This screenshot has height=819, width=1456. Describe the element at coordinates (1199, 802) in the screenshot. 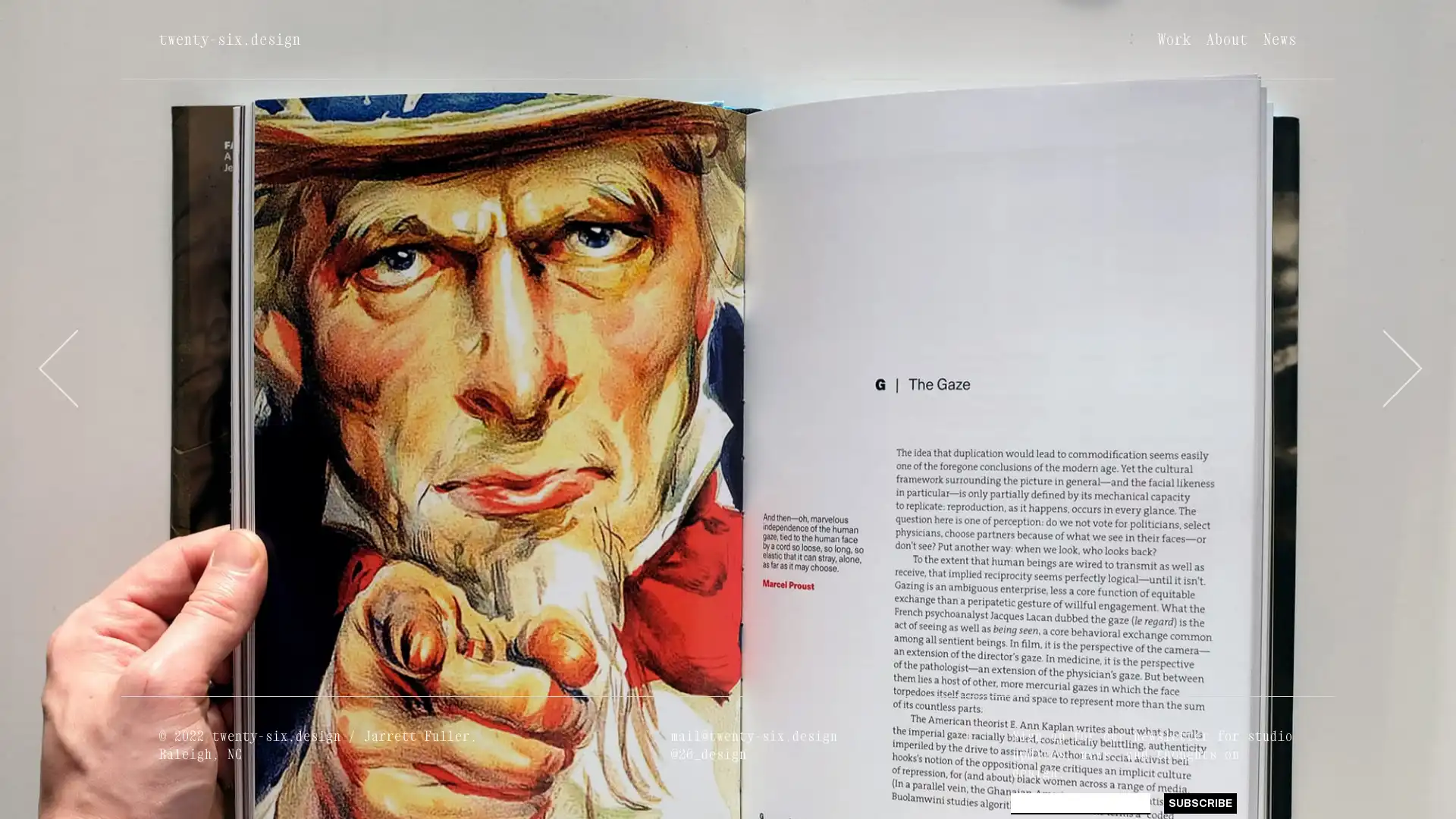

I see `Subscribe` at that location.